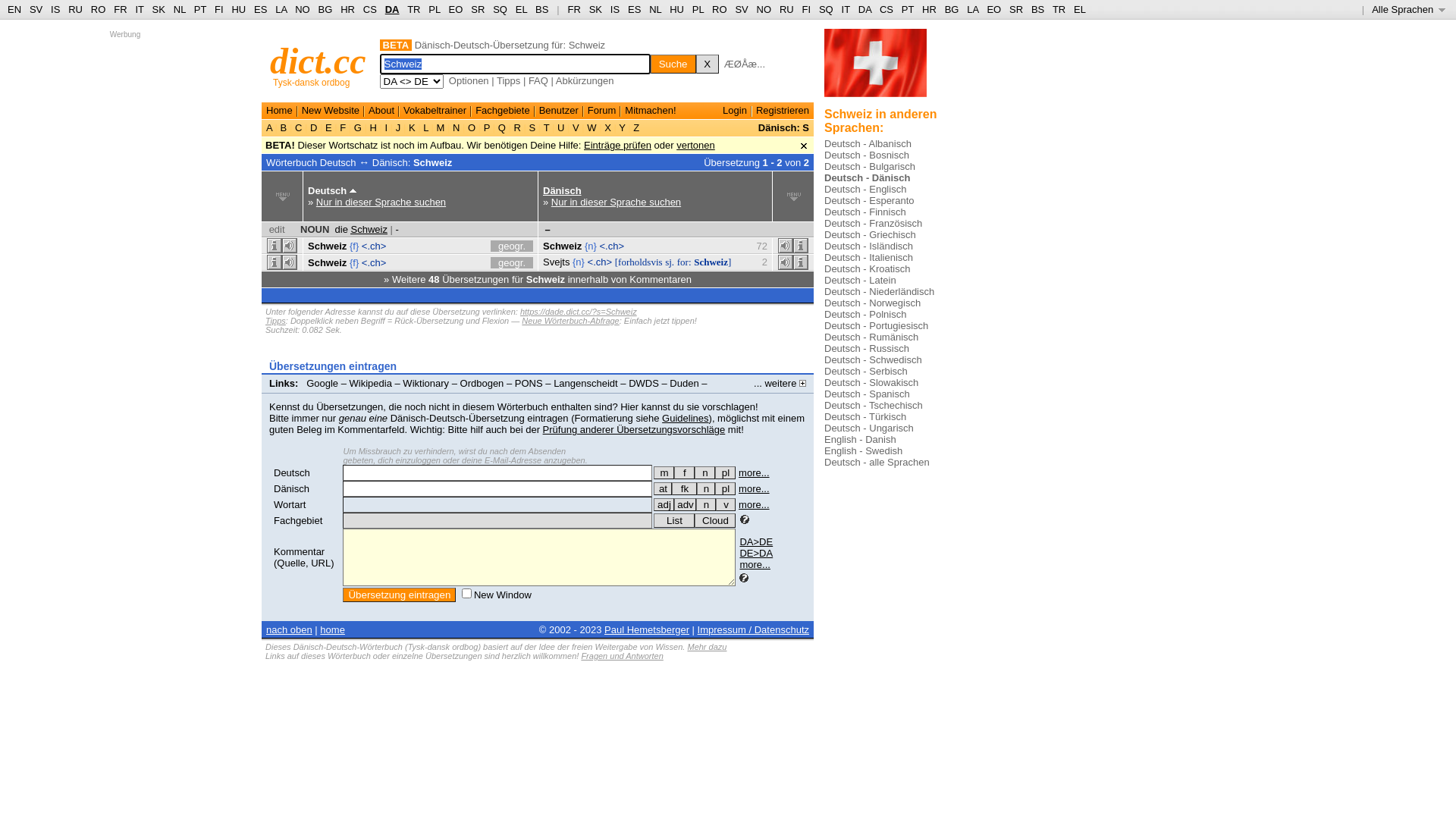 This screenshot has height=819, width=1456. What do you see at coordinates (584, 127) in the screenshot?
I see `'W'` at bounding box center [584, 127].